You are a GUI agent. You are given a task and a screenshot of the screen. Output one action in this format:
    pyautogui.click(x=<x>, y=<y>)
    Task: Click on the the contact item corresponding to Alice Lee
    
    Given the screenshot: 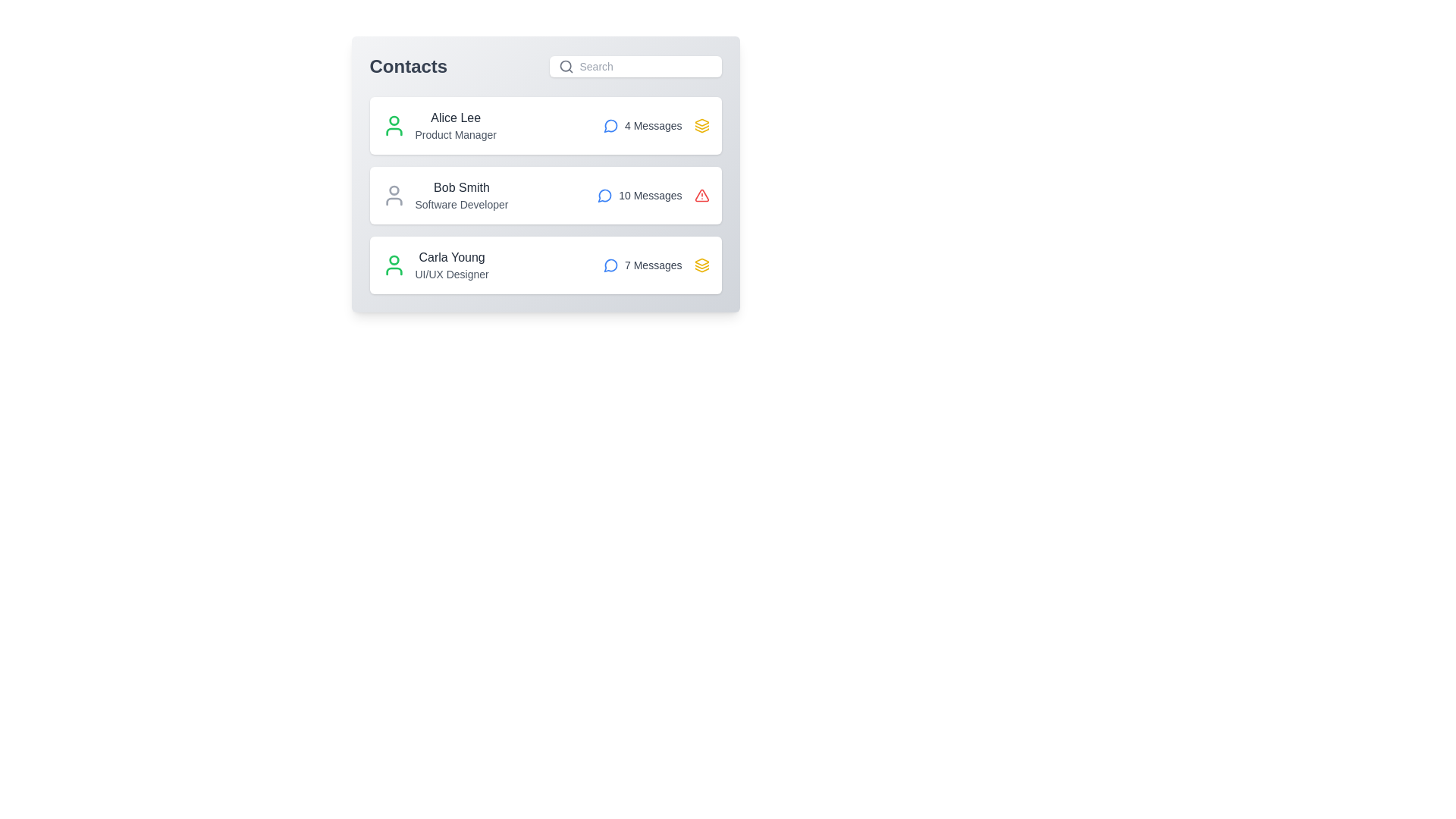 What is the action you would take?
    pyautogui.click(x=545, y=124)
    